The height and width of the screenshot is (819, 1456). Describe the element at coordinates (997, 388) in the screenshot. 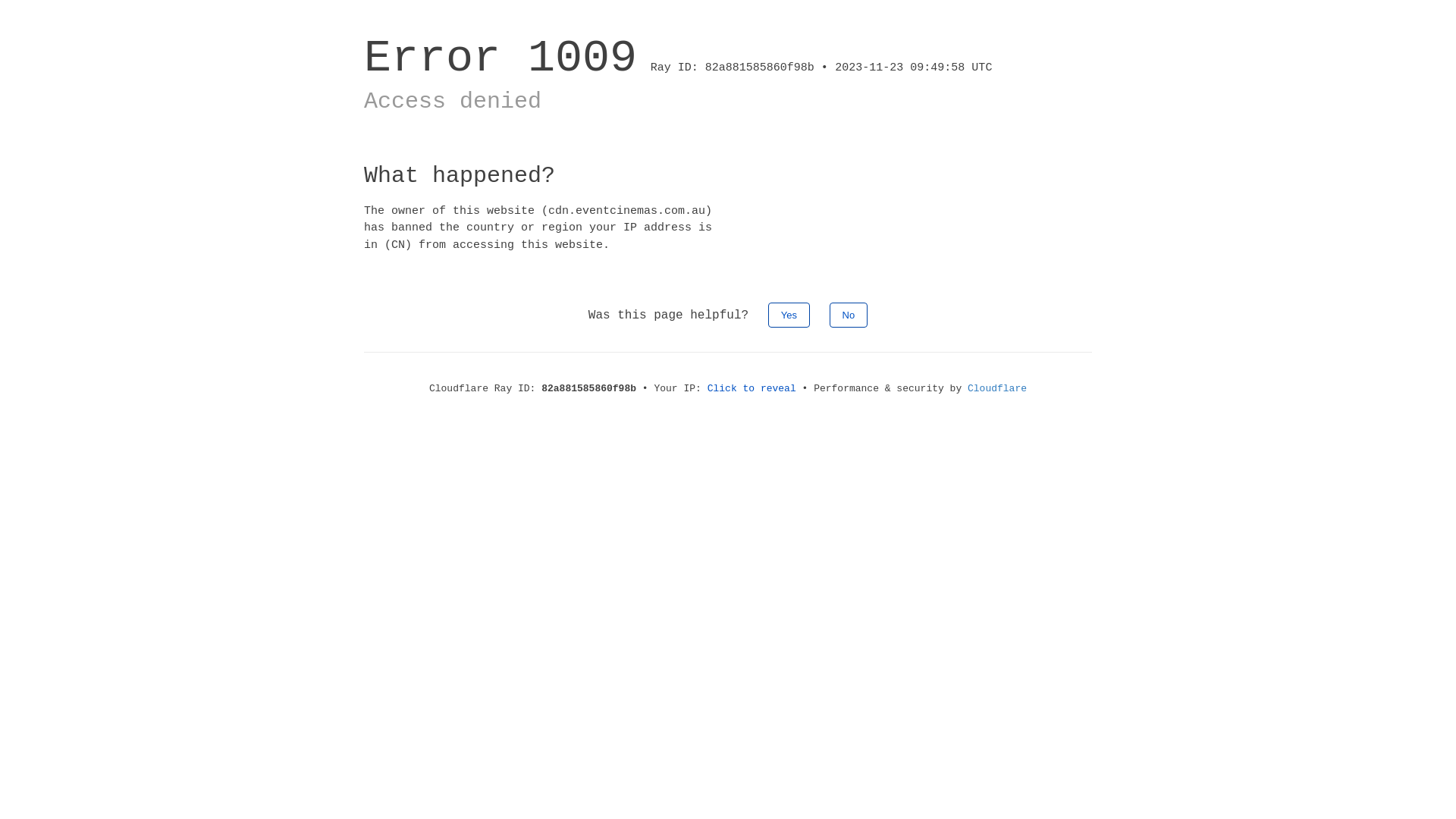

I see `'Cloudflare'` at that location.